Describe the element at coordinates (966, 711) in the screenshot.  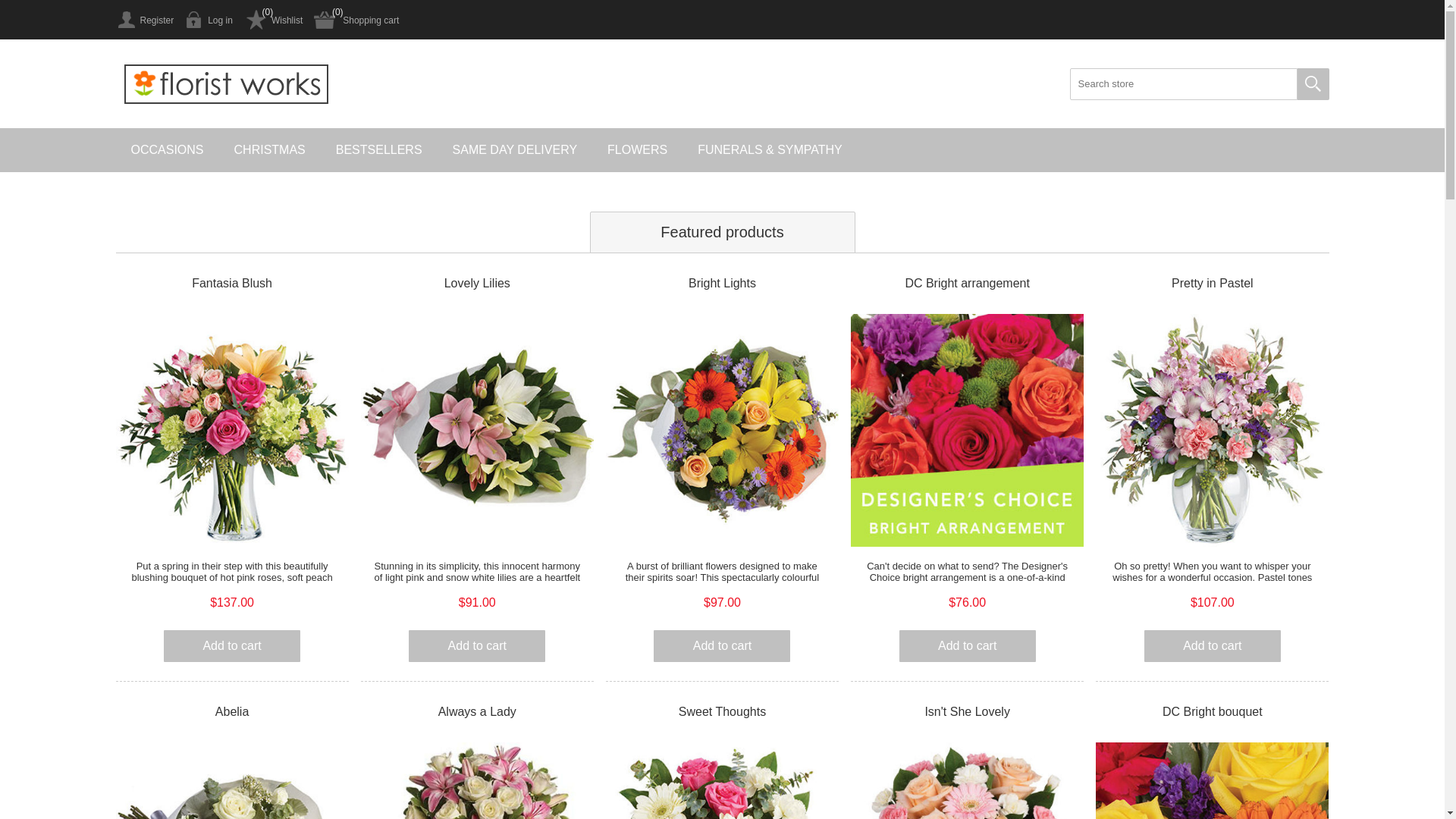
I see `'Isn't She Lovely'` at that location.